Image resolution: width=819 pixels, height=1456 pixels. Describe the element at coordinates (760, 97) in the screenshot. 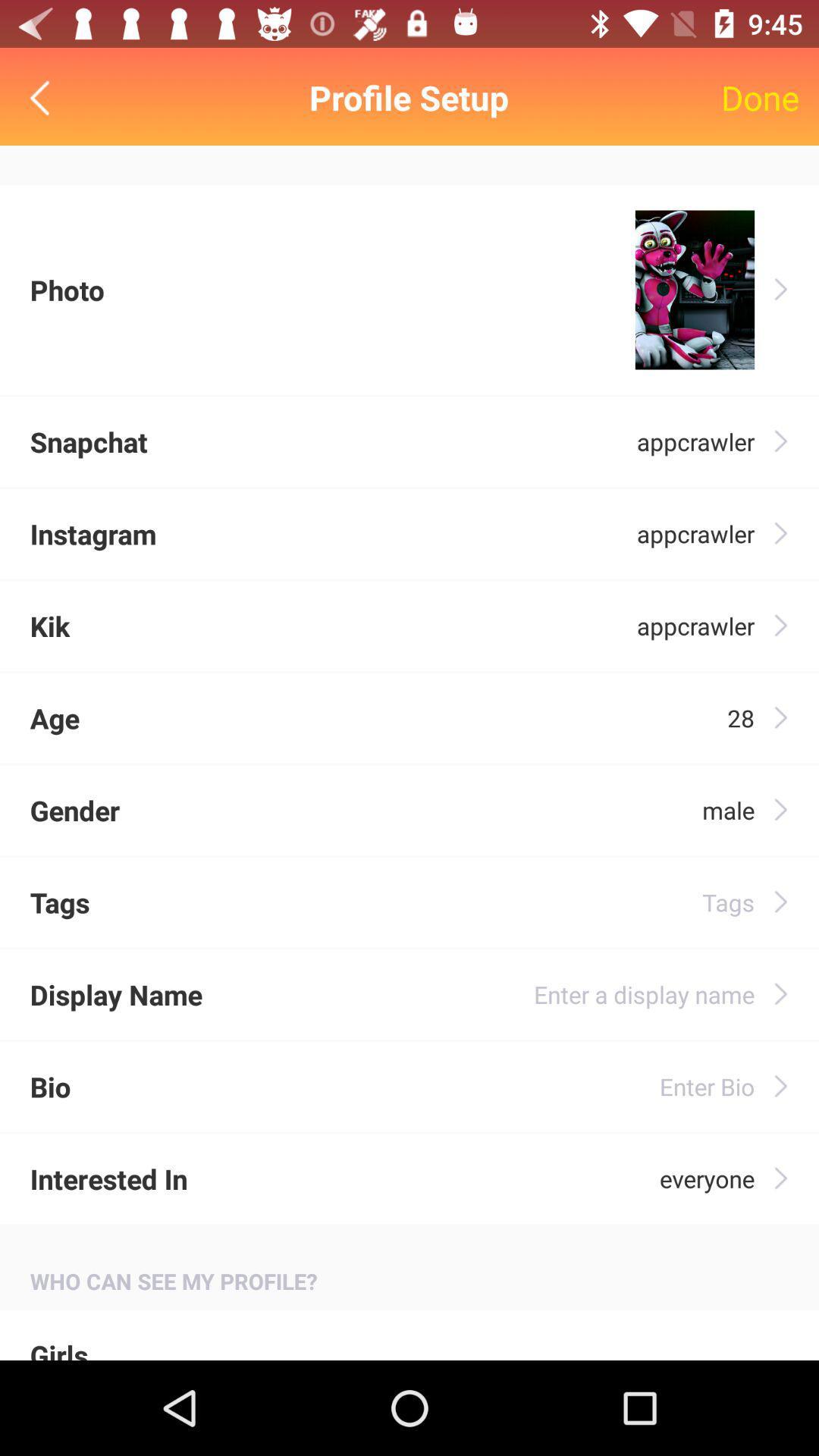

I see `the done` at that location.